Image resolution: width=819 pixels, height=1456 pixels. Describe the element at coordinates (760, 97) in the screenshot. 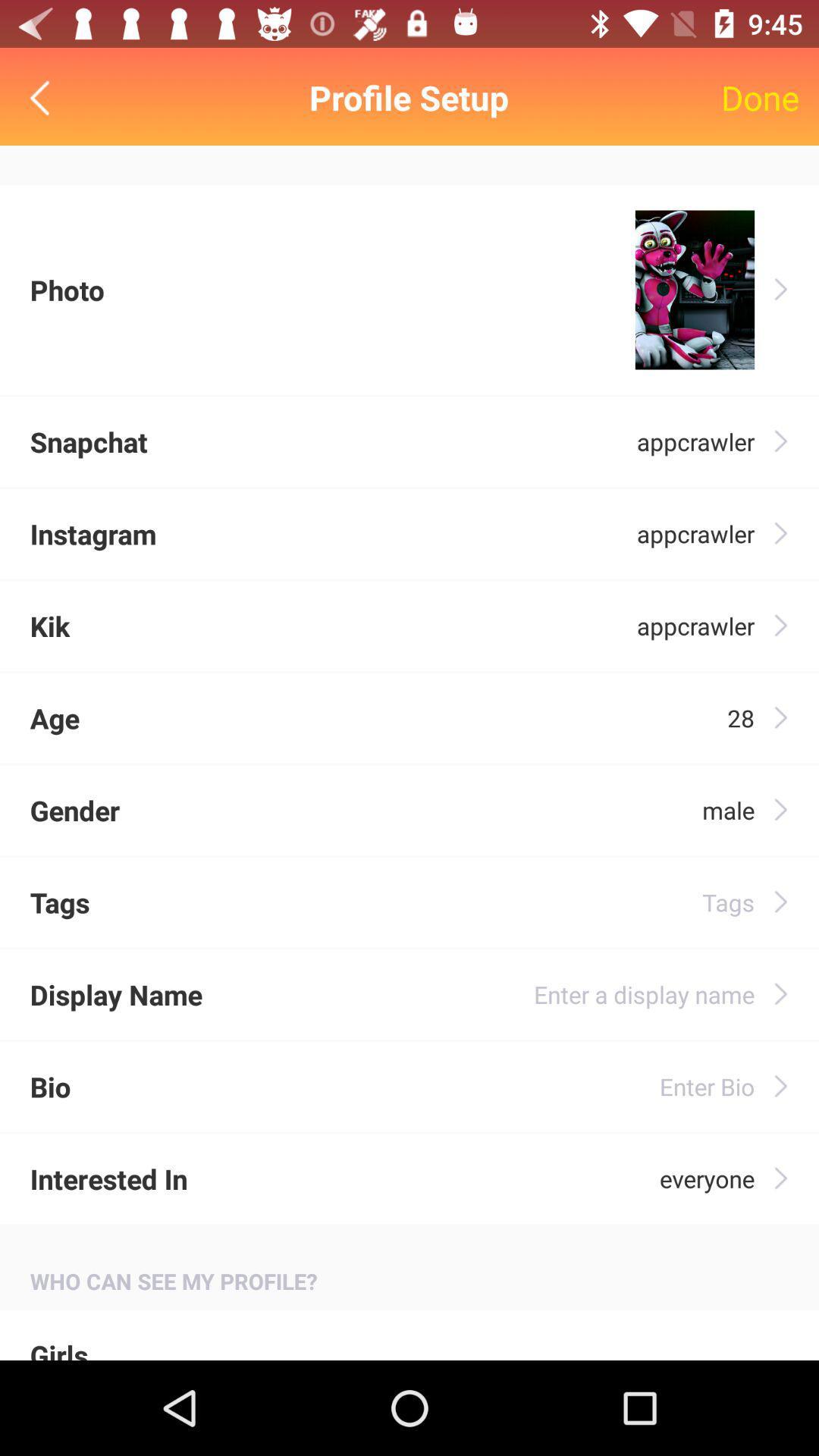

I see `the done` at that location.